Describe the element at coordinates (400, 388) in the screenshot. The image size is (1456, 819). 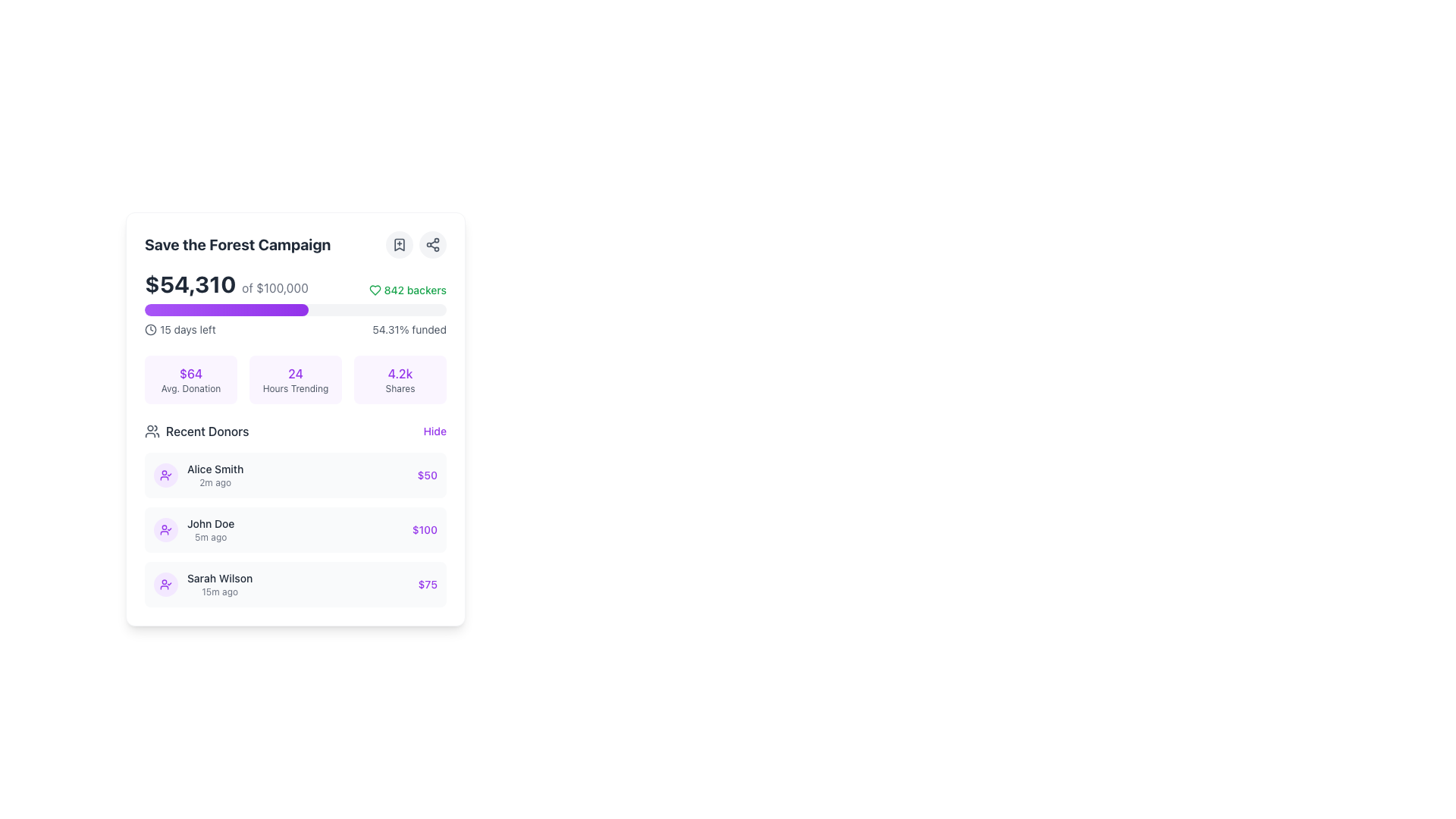
I see `the small text label reading 'Shares' which is styled in gray and located beneath the purple number '4.2k'` at that location.